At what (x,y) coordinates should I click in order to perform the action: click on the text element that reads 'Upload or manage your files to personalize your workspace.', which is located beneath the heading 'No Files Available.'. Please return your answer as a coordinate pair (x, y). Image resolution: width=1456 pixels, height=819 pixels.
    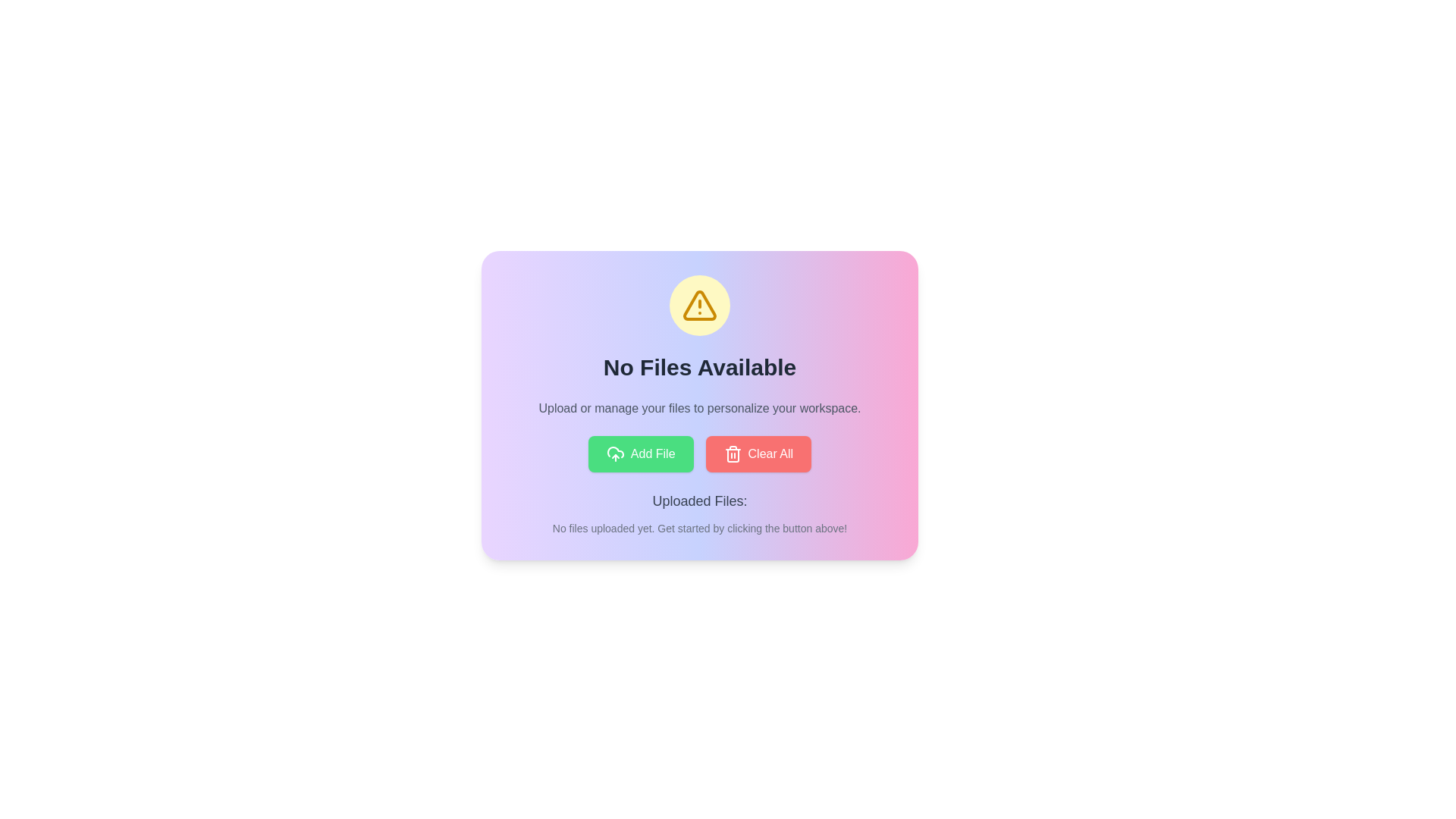
    Looking at the image, I should click on (698, 408).